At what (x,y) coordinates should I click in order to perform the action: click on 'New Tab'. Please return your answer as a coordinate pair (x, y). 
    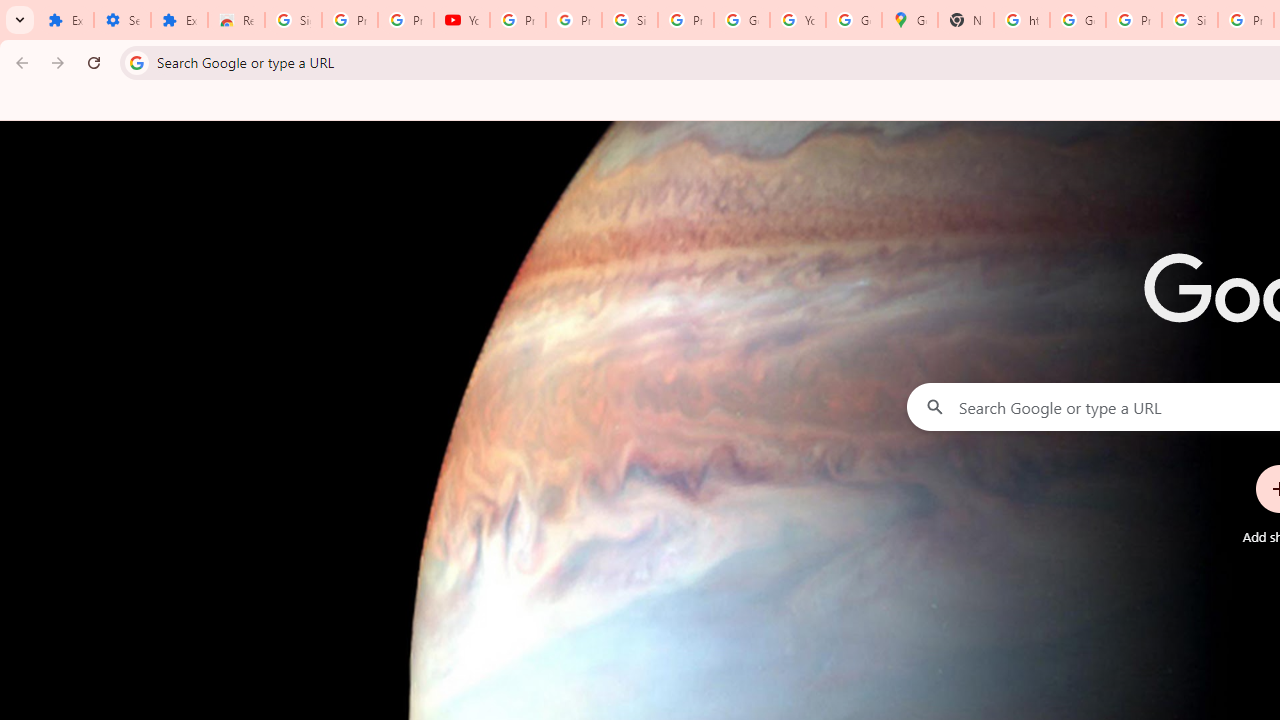
    Looking at the image, I should click on (966, 20).